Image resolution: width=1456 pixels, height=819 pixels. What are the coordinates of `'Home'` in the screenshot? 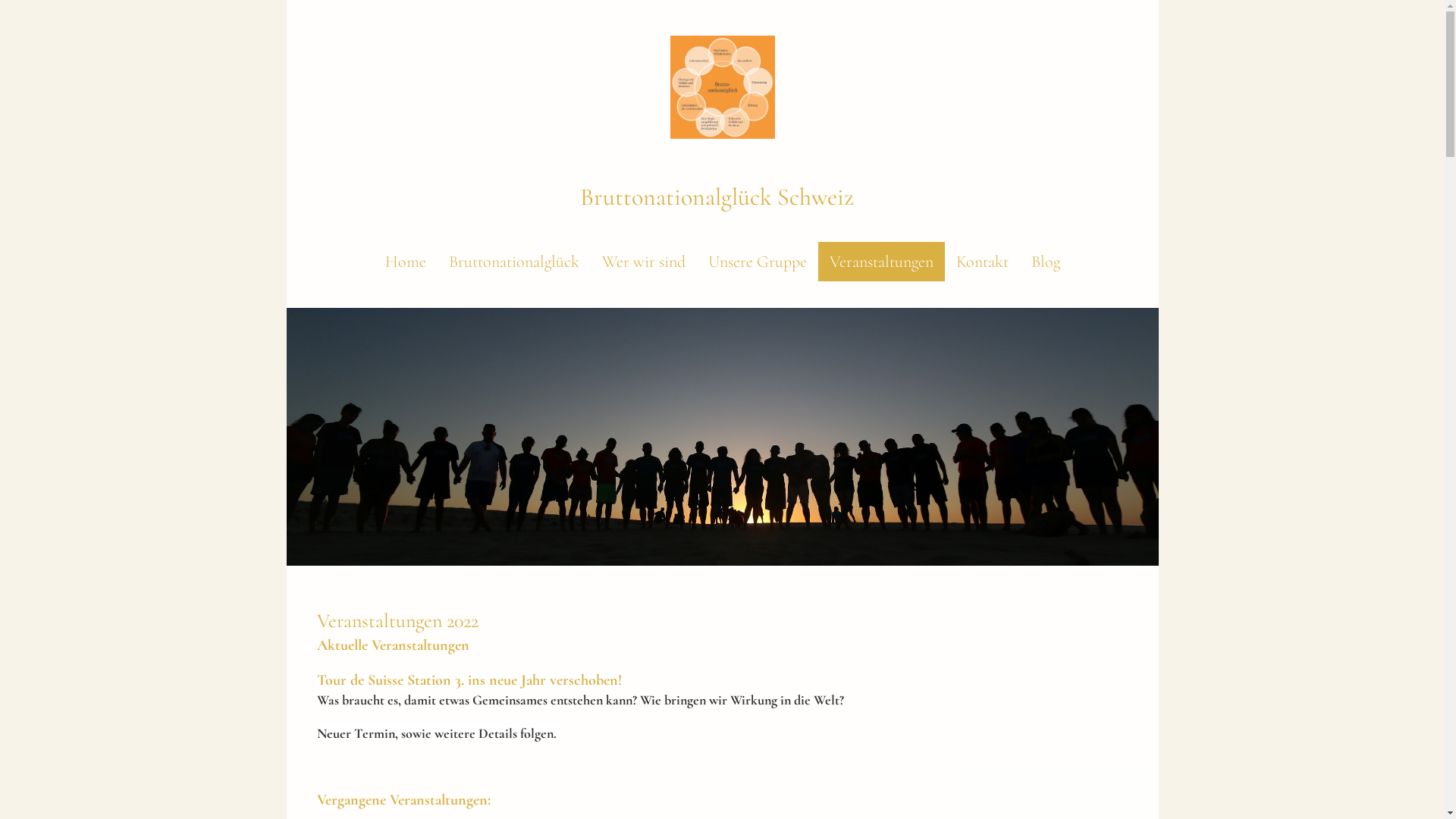 It's located at (404, 260).